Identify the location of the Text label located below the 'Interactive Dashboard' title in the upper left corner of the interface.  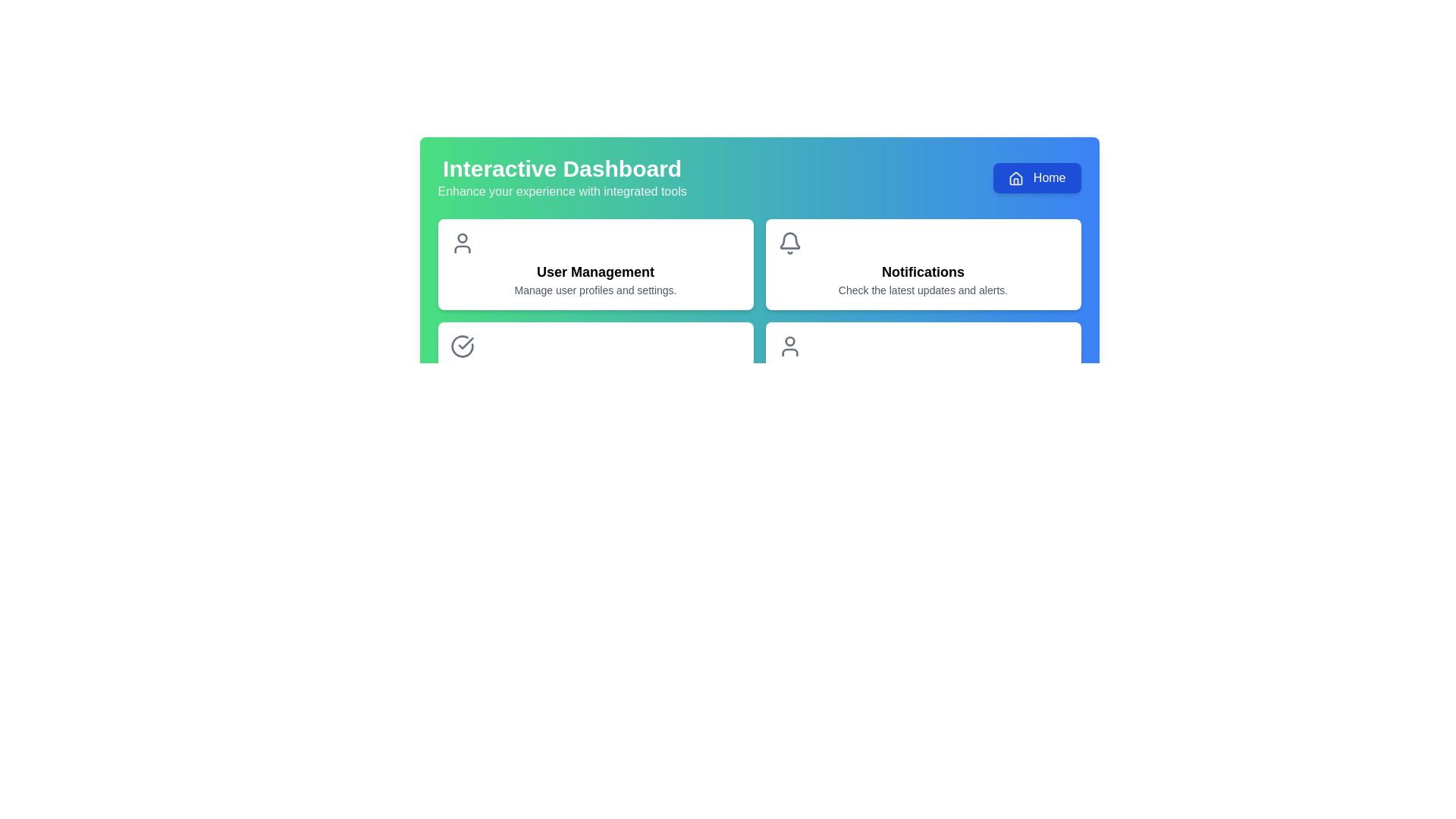
(561, 191).